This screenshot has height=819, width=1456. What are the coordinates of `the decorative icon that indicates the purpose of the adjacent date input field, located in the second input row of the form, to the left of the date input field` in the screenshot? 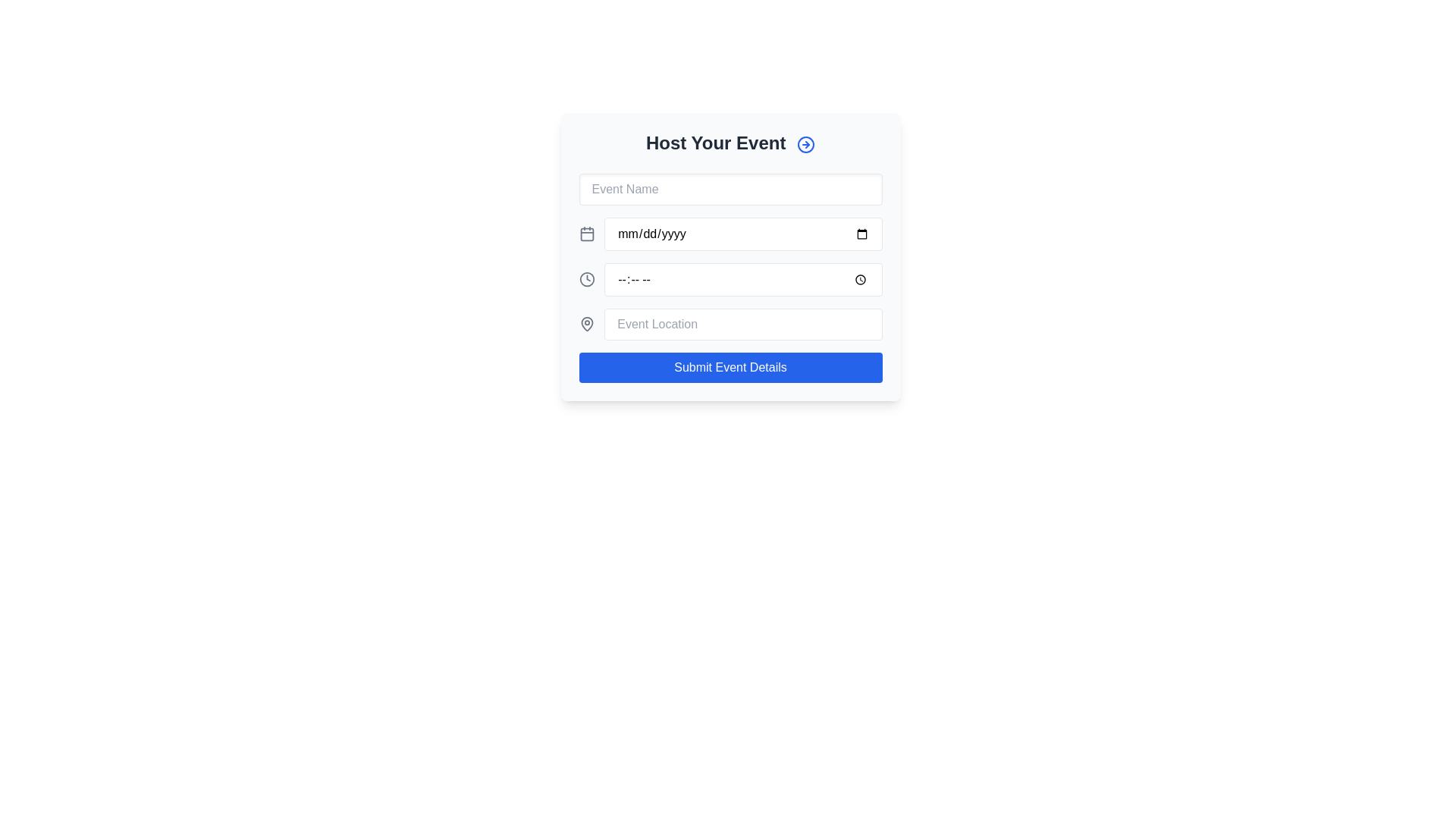 It's located at (586, 234).